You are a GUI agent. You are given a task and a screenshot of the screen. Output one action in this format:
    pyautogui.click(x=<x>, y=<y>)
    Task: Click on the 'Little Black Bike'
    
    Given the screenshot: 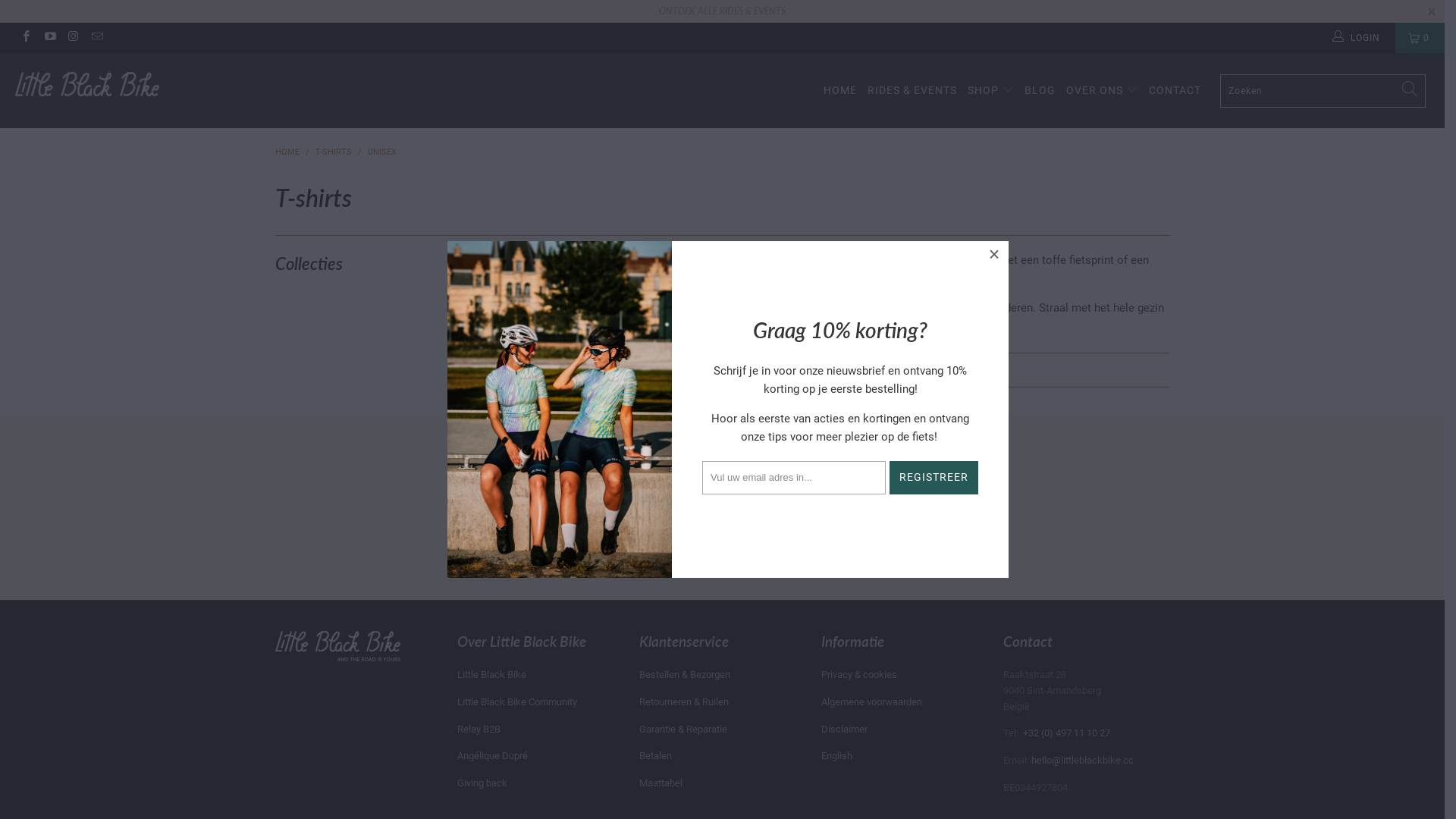 What is the action you would take?
    pyautogui.click(x=123, y=85)
    